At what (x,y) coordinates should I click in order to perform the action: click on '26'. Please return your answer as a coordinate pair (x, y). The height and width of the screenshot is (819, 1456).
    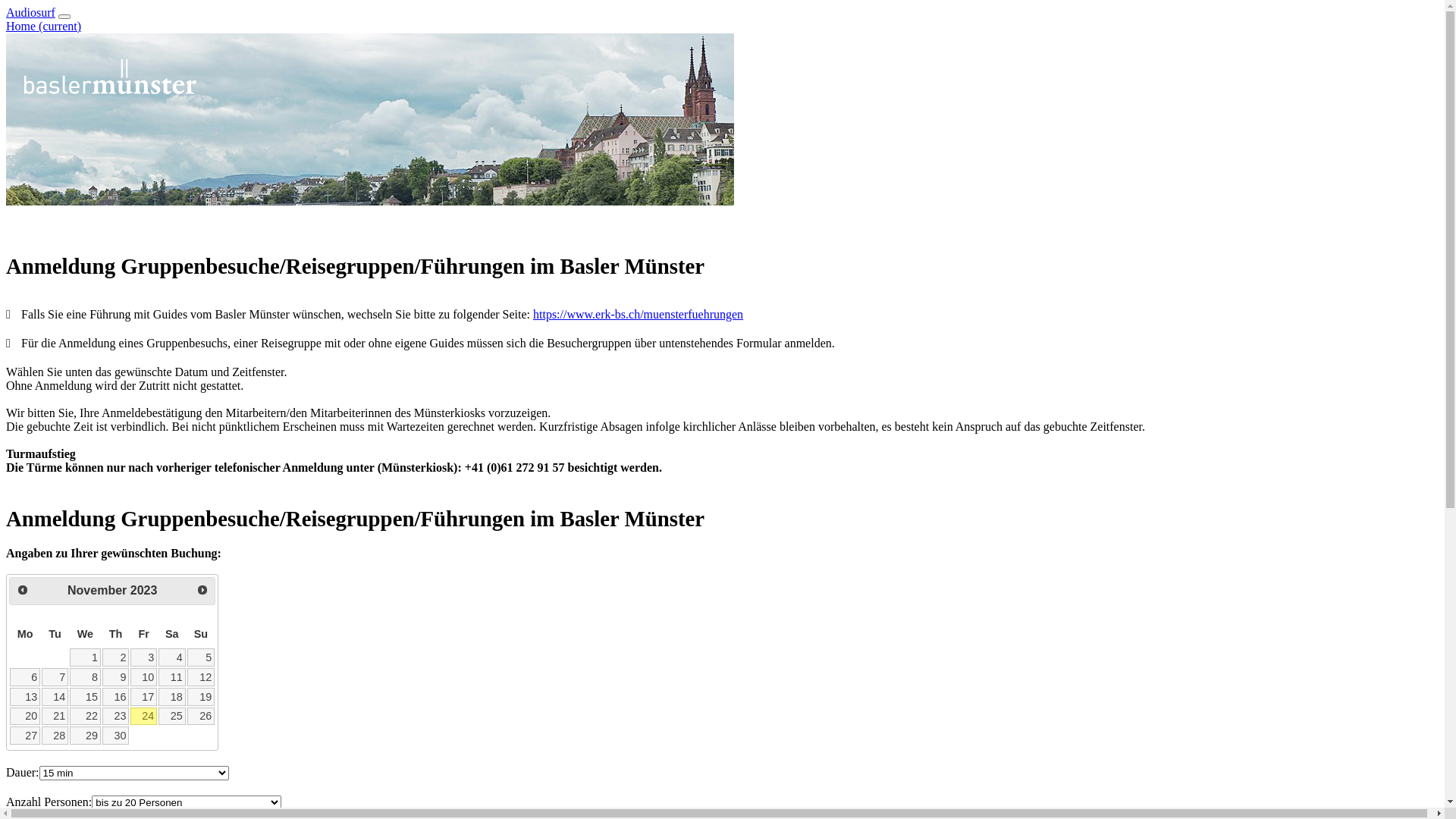
    Looking at the image, I should click on (200, 717).